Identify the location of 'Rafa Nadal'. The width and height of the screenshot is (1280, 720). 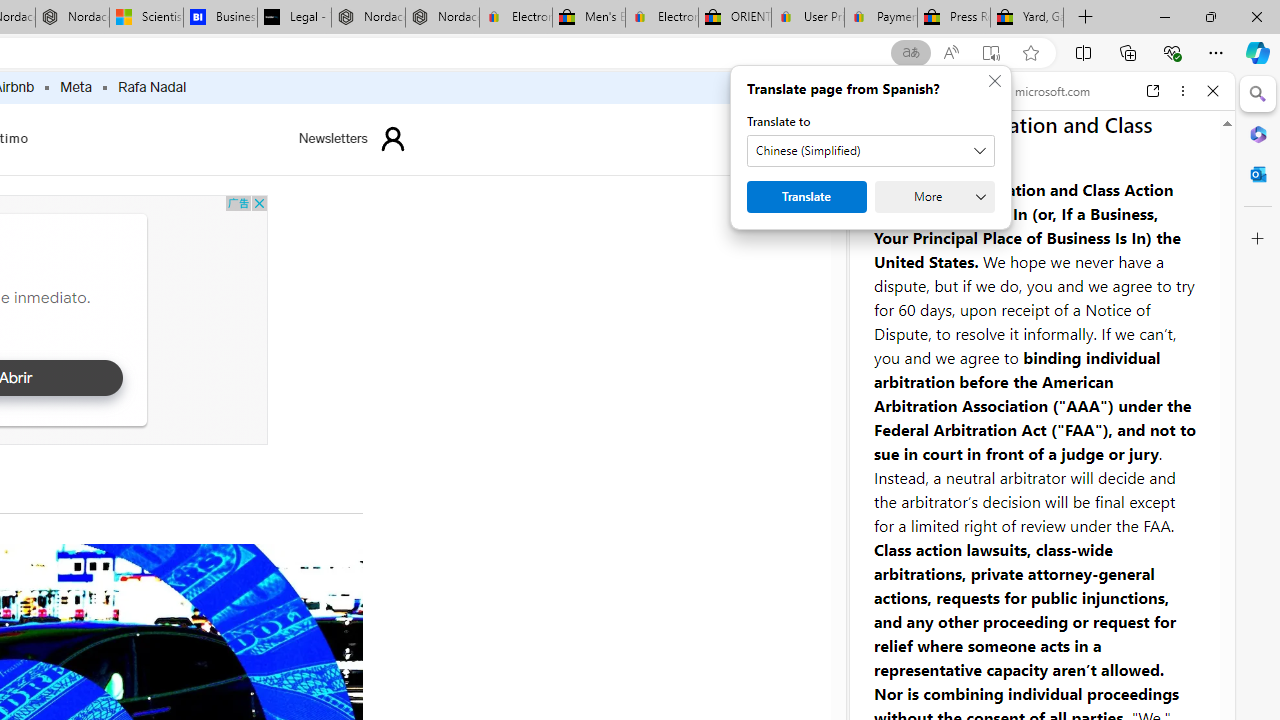
(151, 87).